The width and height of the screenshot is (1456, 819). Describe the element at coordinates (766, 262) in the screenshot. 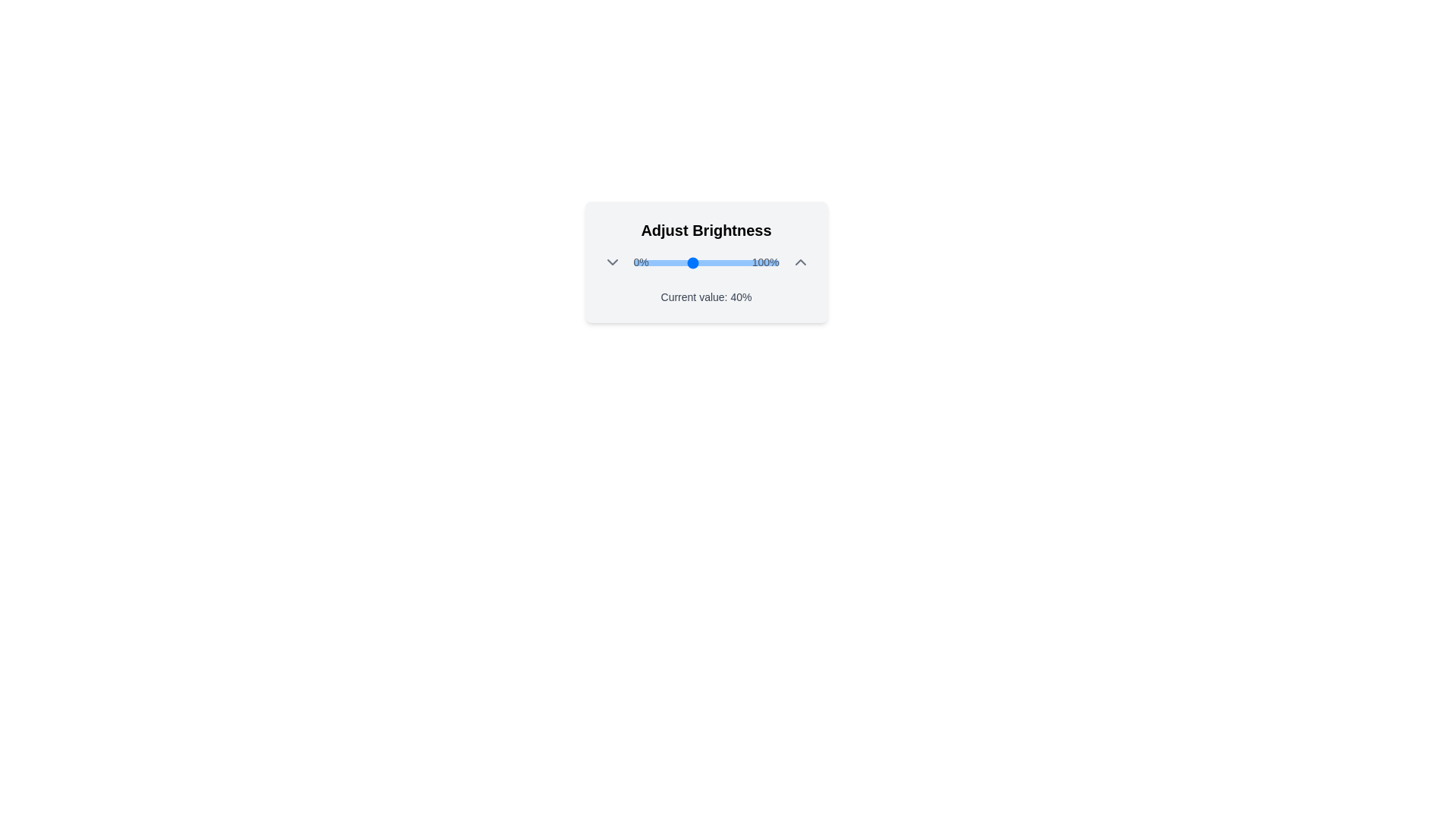

I see `brightness` at that location.